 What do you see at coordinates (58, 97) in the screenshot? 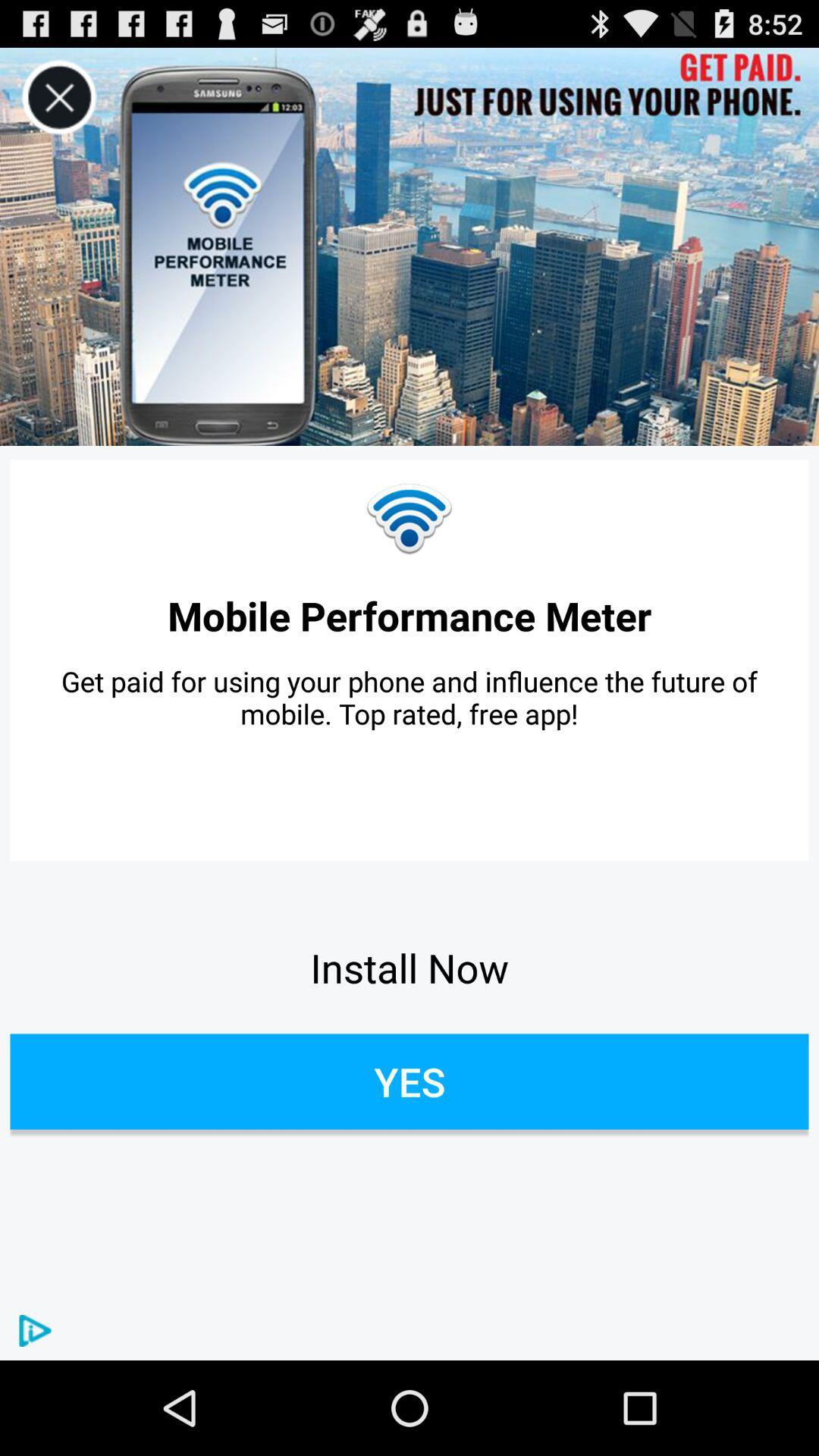
I see `advertisement` at bounding box center [58, 97].